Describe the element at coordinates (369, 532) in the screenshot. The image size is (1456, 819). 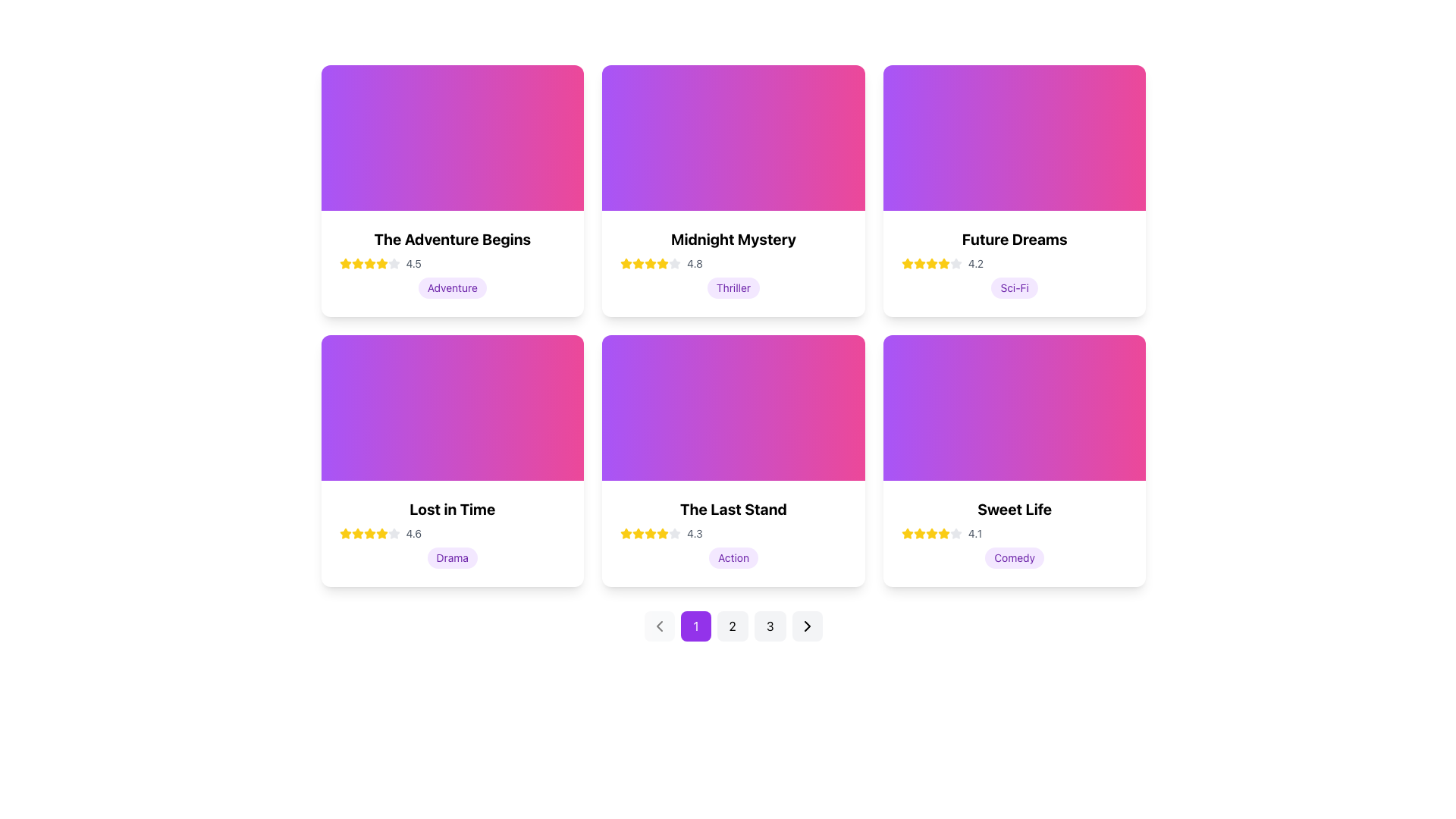
I see `the second highlighted star icon representing the rating for the movie card titled 'Lost in Time' located in the second row, first column` at that location.